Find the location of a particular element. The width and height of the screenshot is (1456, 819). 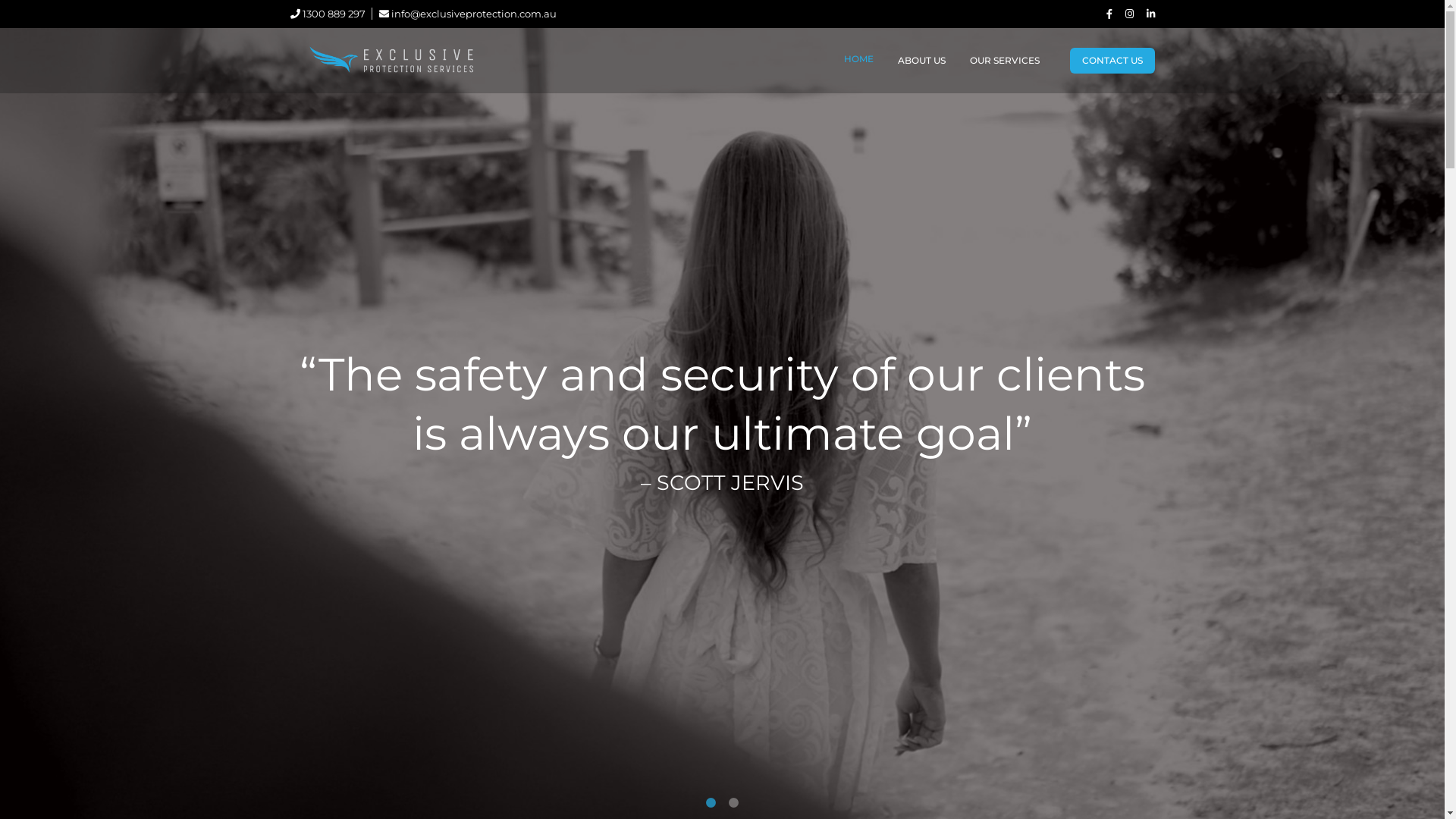

'HOME' is located at coordinates (858, 58).